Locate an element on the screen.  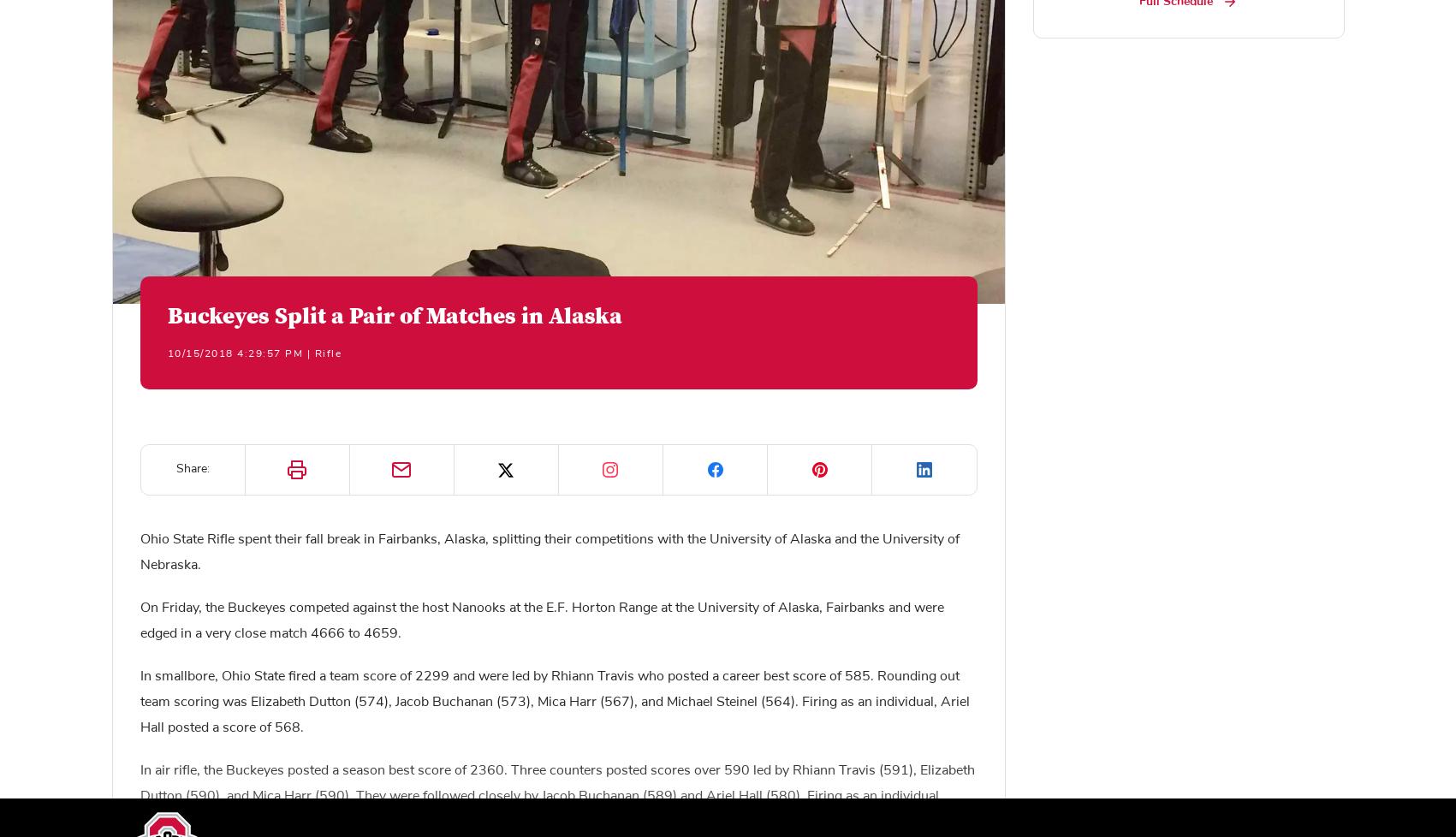
'“Making the journey up to Fairbanks is always a challenge, but I know that we have returned with a great deal of experience and some solid performances. No doubt these competitions are going to help us be better prepared when we return to Fairbanks for the Conference Championship Match in February. These matches have also highlighted areas of improvement that will keep us working toward our goals throughout the rest of the fall portion of the season.”' is located at coordinates (565, 167).